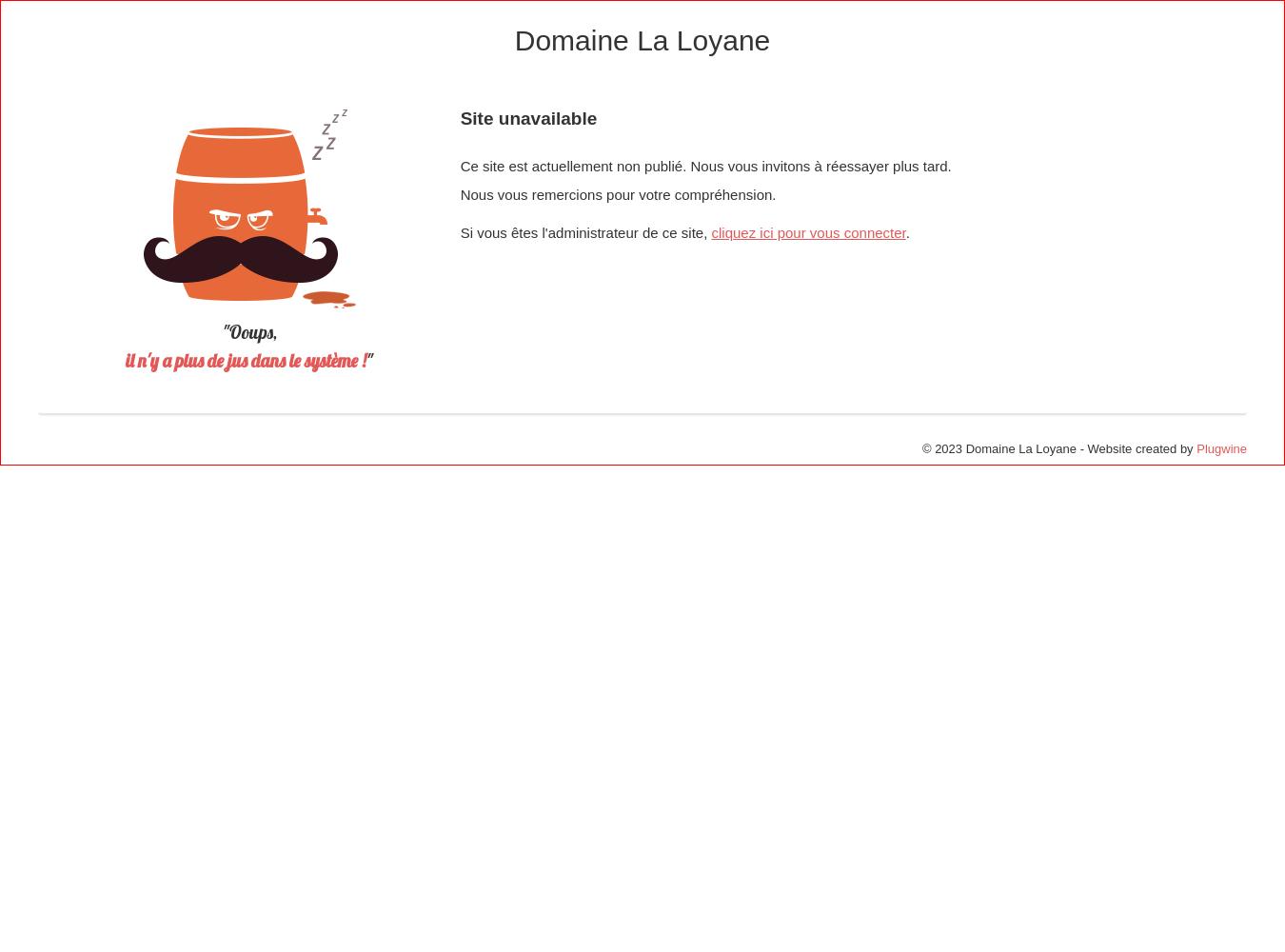 Image resolution: width=1285 pixels, height=952 pixels. Describe the element at coordinates (585, 231) in the screenshot. I see `'Si vous êtes l'administrateur de ce site,'` at that location.